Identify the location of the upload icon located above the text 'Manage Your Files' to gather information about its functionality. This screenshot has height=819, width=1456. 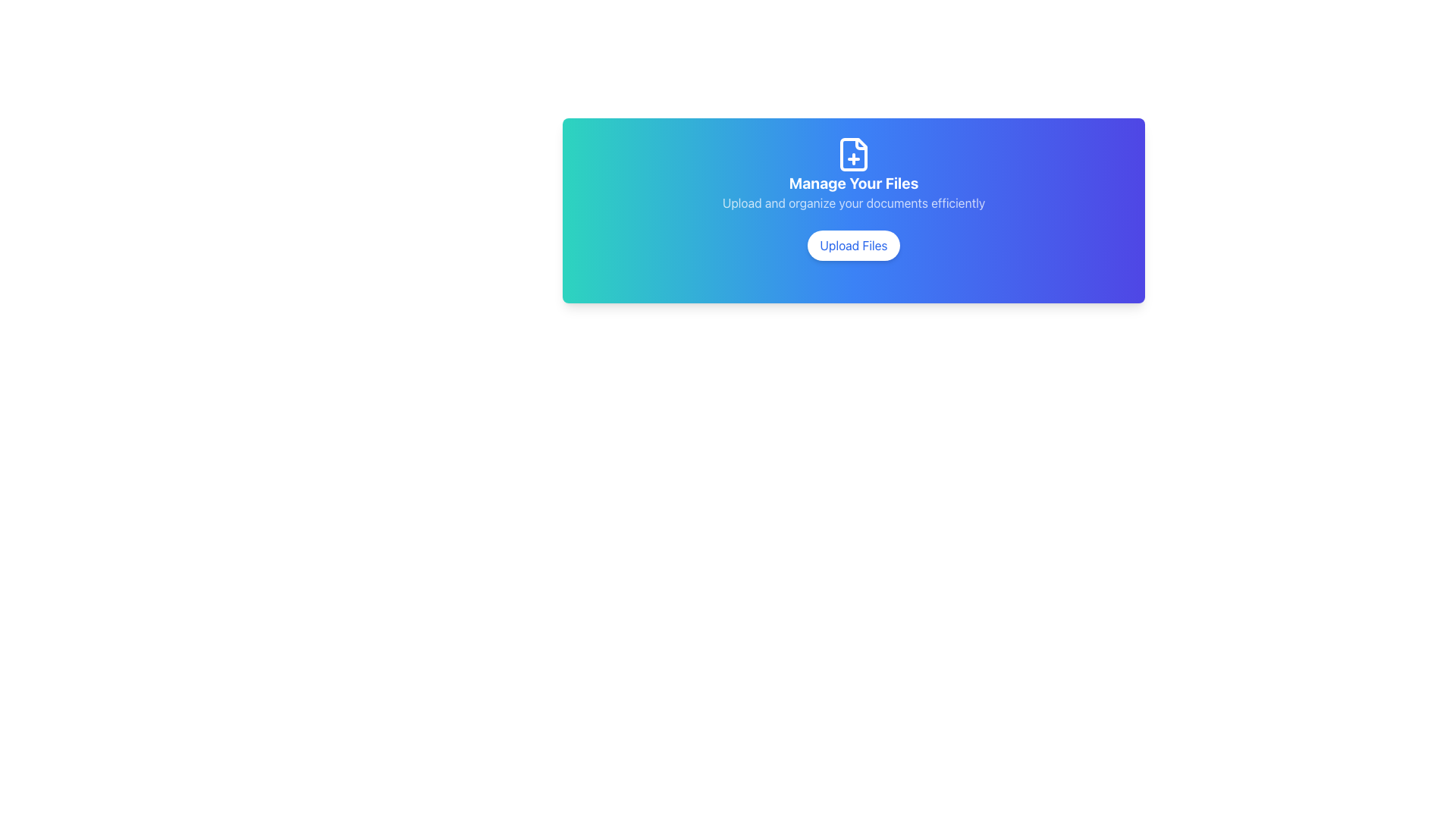
(854, 155).